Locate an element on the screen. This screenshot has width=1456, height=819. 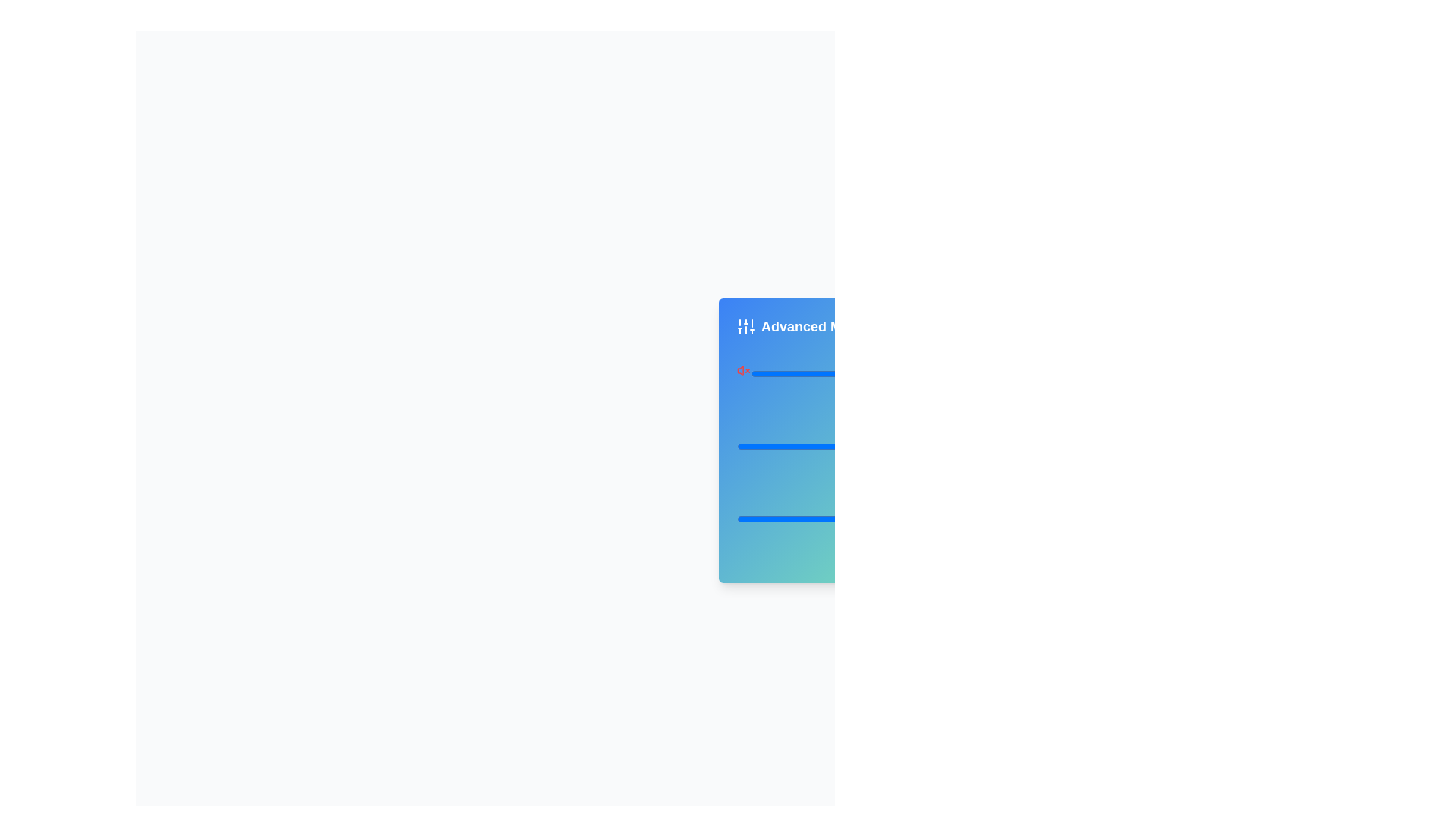
slider value is located at coordinates (792, 519).